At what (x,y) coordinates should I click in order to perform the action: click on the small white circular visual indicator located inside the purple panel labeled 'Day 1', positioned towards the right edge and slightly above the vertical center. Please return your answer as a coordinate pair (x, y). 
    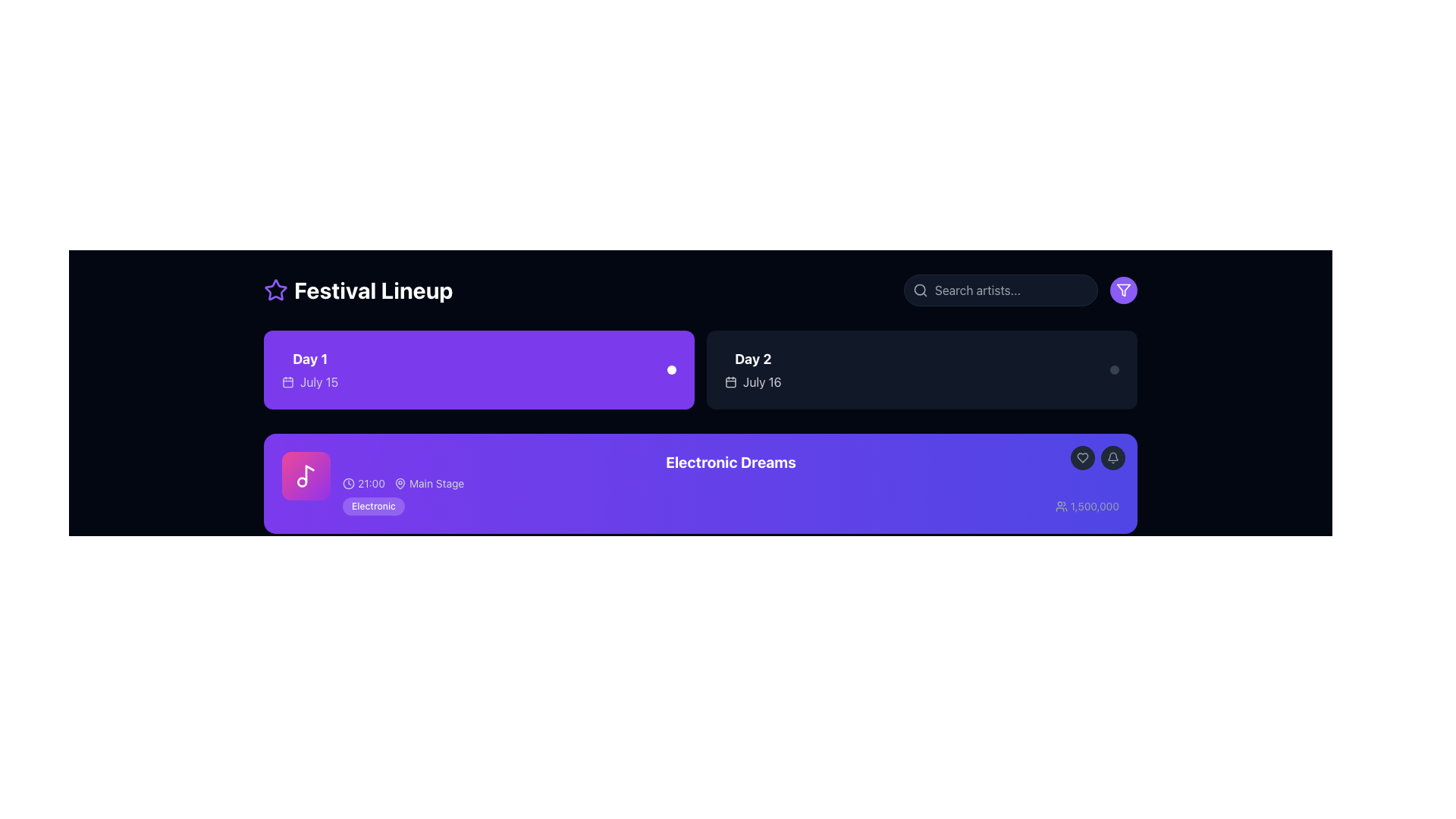
    Looking at the image, I should click on (671, 370).